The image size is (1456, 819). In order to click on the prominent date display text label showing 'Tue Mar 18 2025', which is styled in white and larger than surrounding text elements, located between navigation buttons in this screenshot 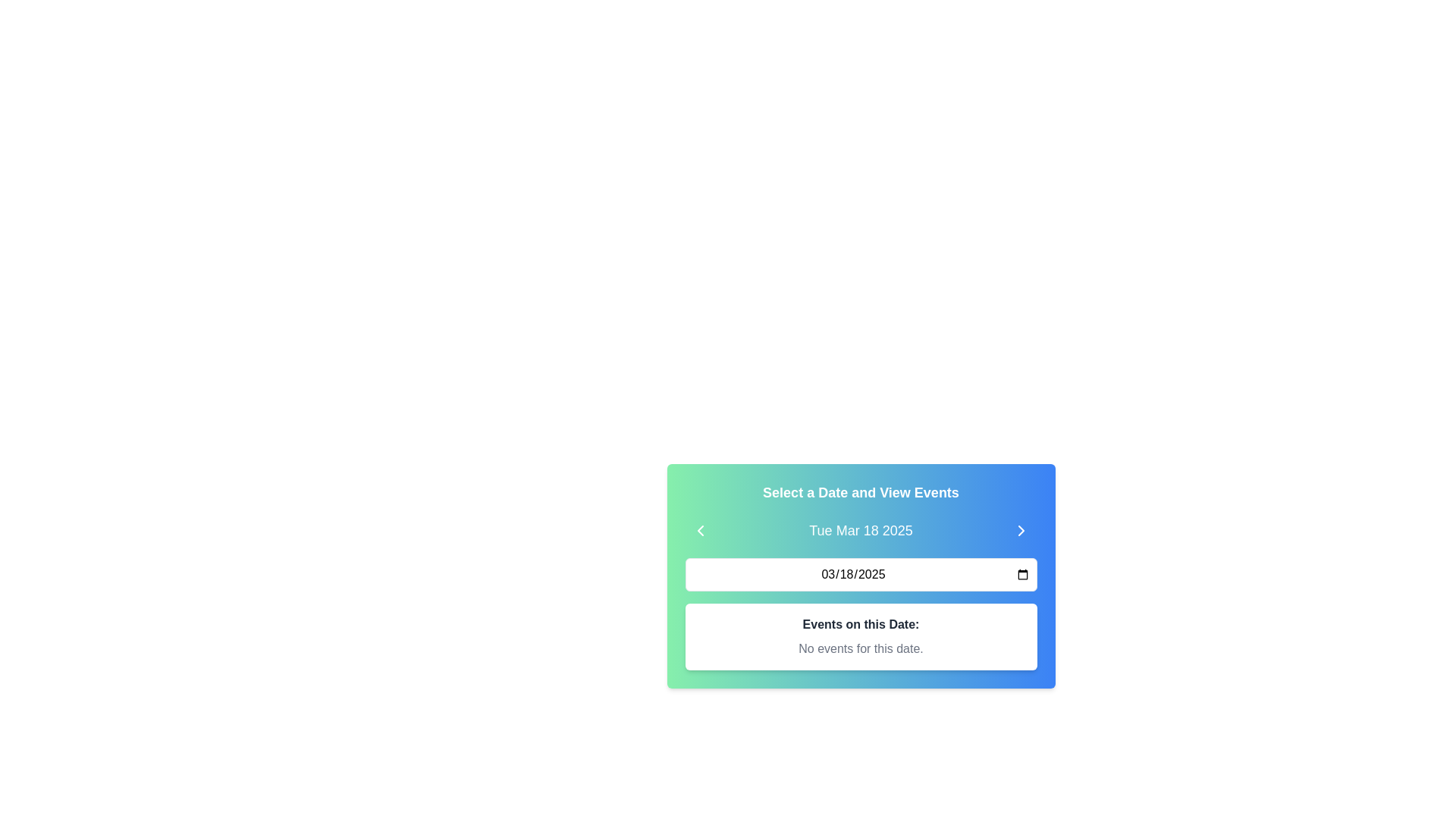, I will do `click(861, 529)`.